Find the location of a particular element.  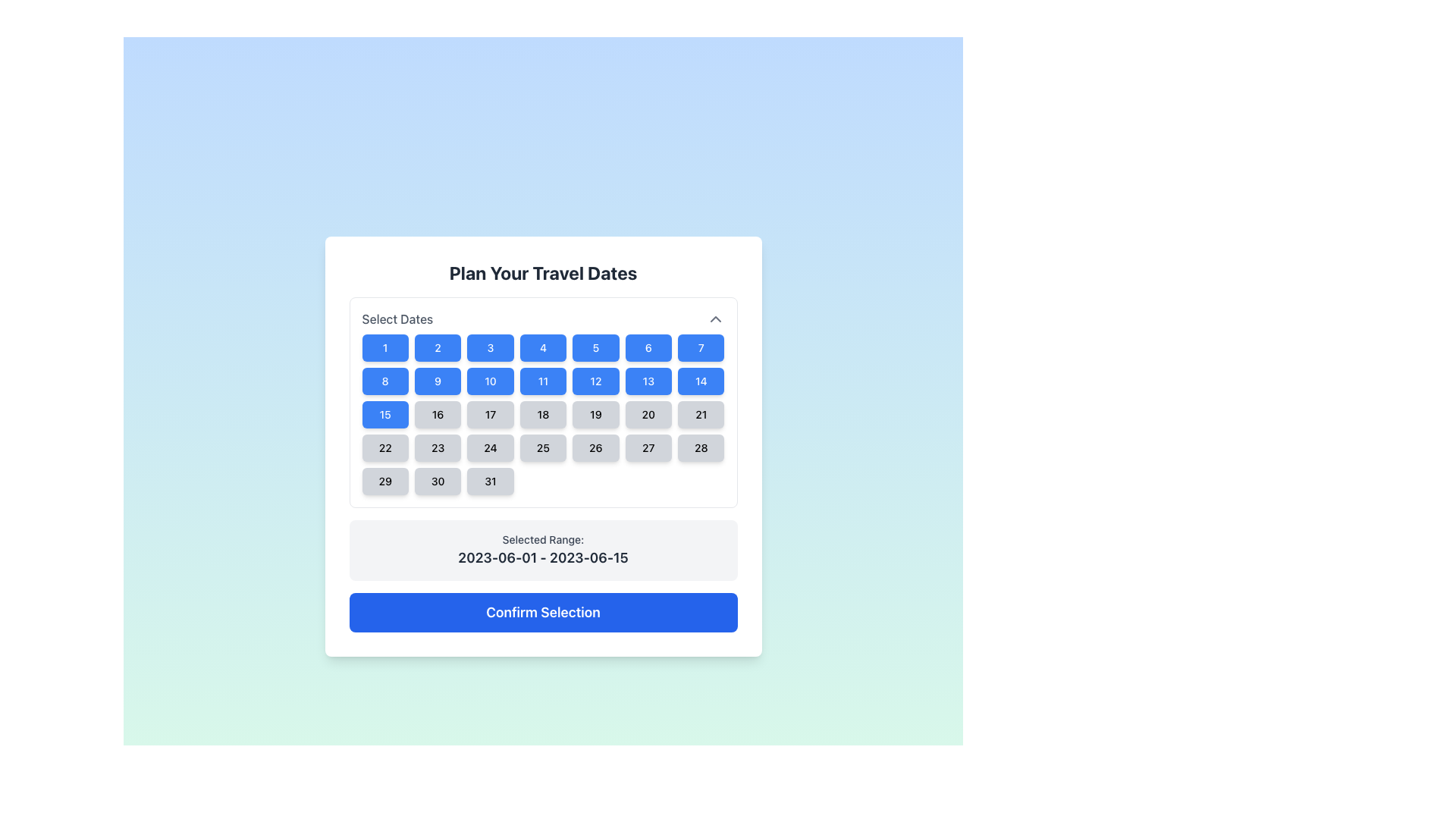

the selectable day button in the calendar view is located at coordinates (491, 447).